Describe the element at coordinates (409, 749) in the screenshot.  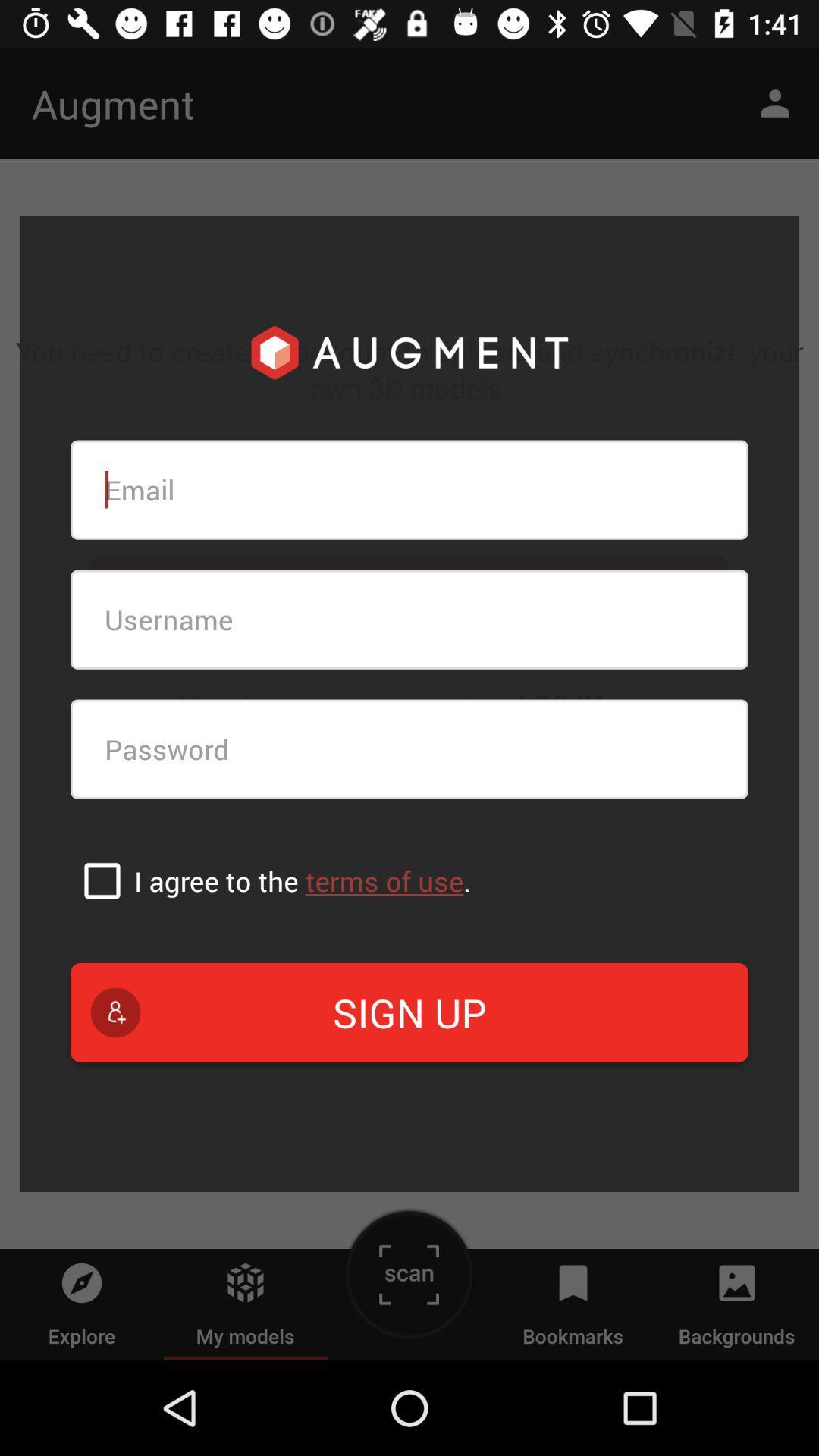
I see `password` at that location.